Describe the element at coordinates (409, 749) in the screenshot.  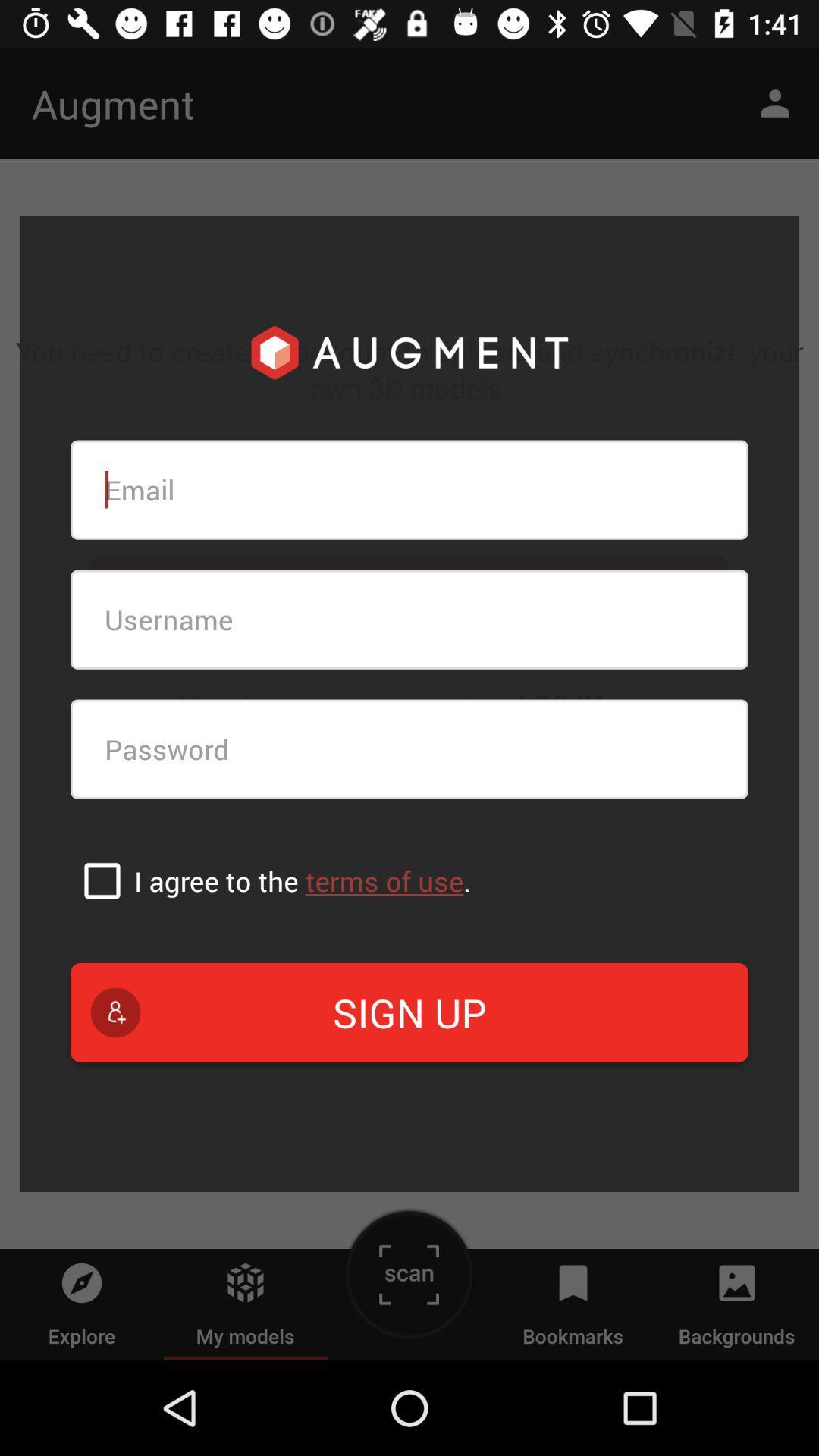
I see `password` at that location.